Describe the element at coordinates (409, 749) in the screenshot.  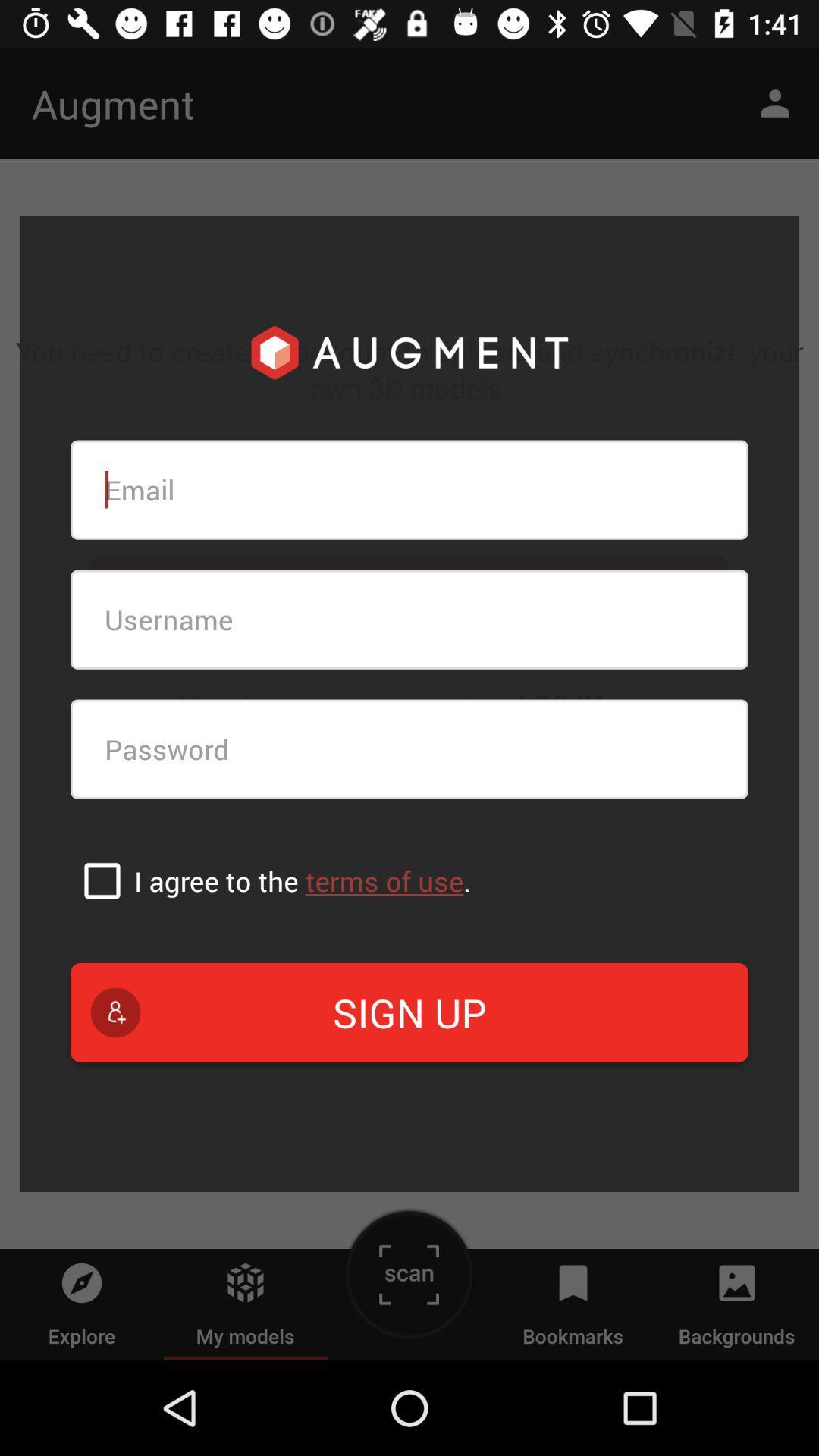
I see `password` at that location.